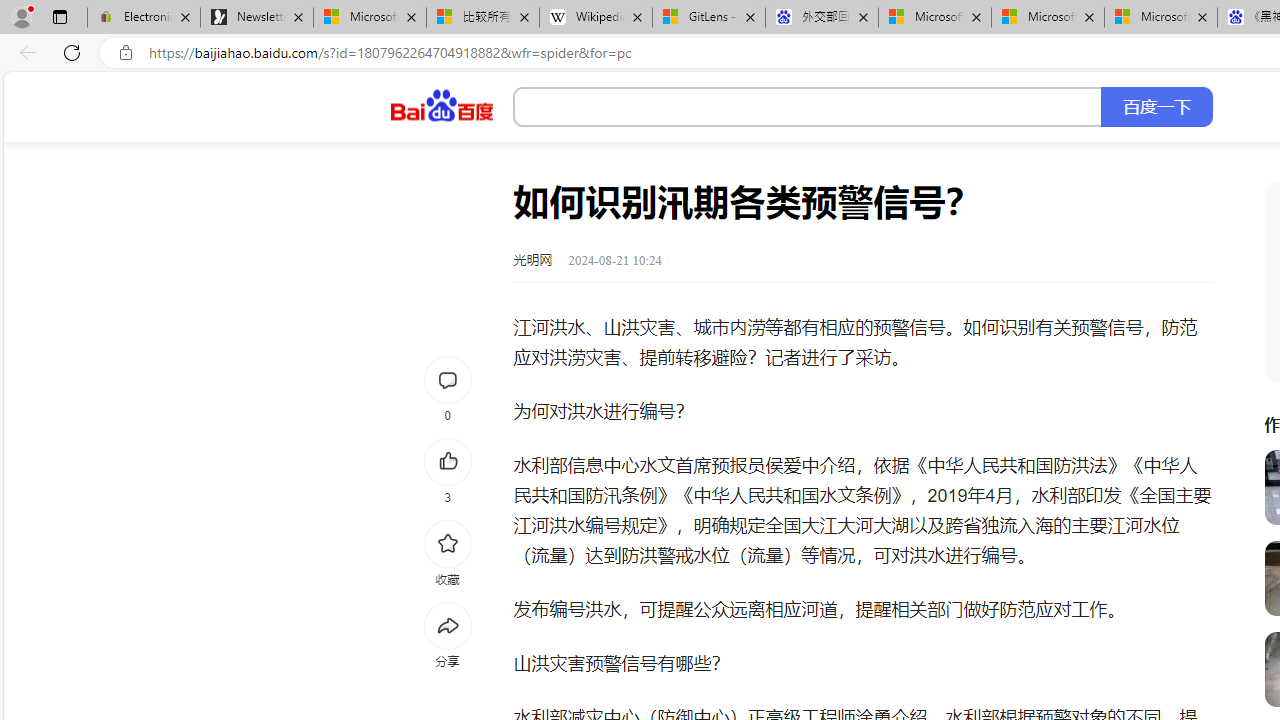  Describe the element at coordinates (808, 107) in the screenshot. I see `'Class: _2C4fV'` at that location.